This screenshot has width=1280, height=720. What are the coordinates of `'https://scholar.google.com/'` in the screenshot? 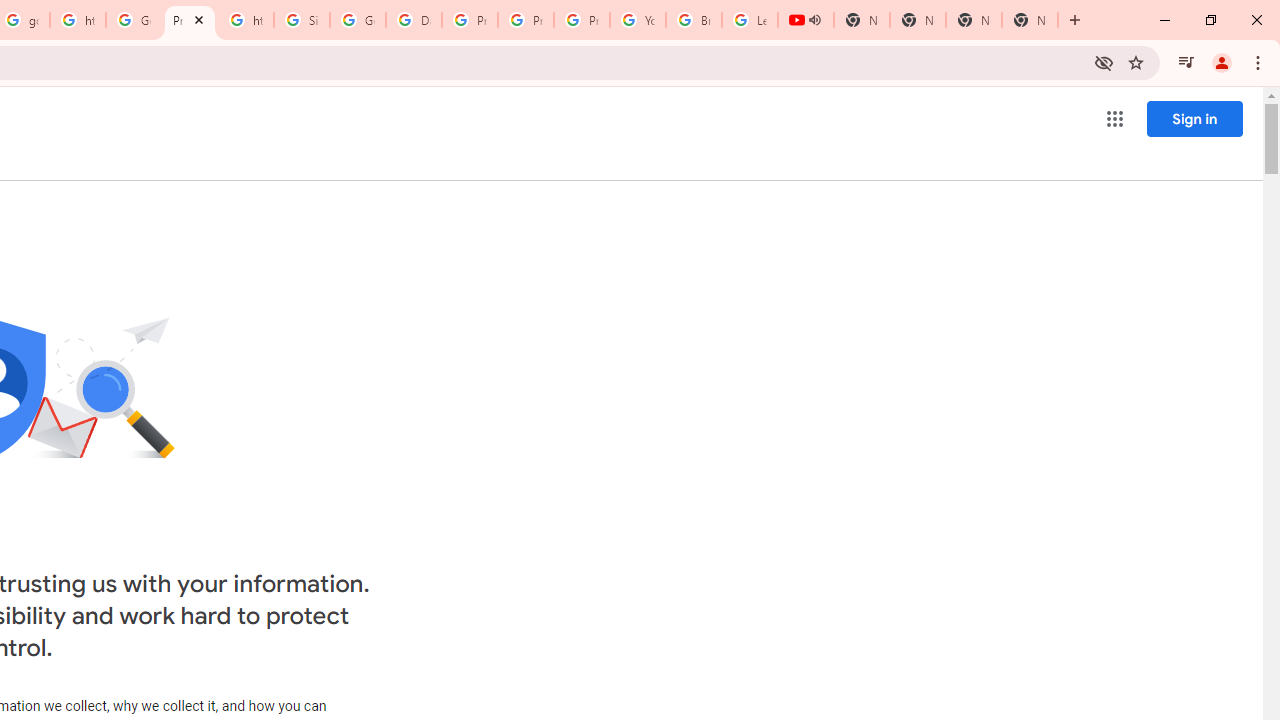 It's located at (78, 20).